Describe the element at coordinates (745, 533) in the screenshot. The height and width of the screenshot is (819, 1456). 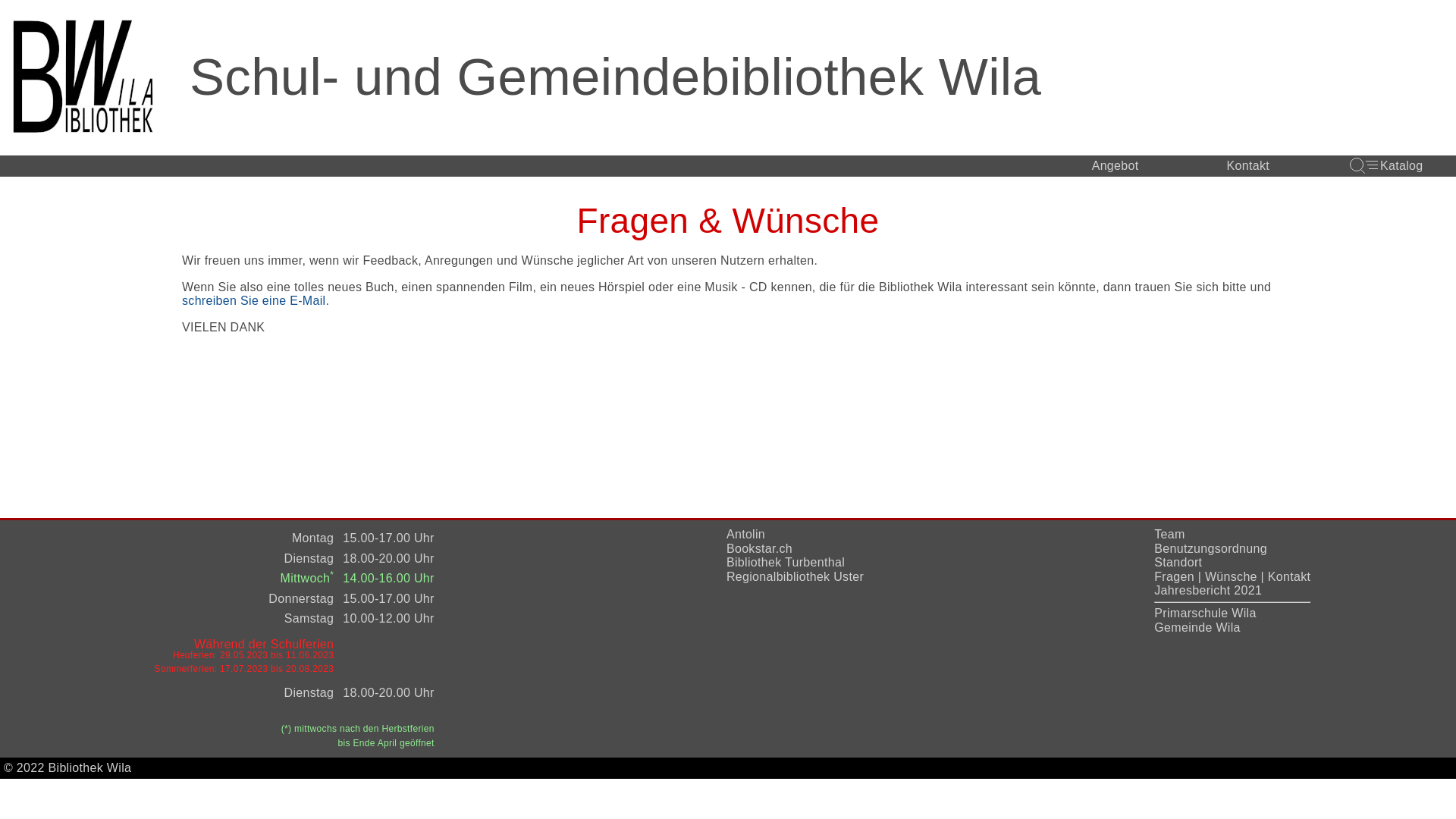
I see `'Antolin'` at that location.